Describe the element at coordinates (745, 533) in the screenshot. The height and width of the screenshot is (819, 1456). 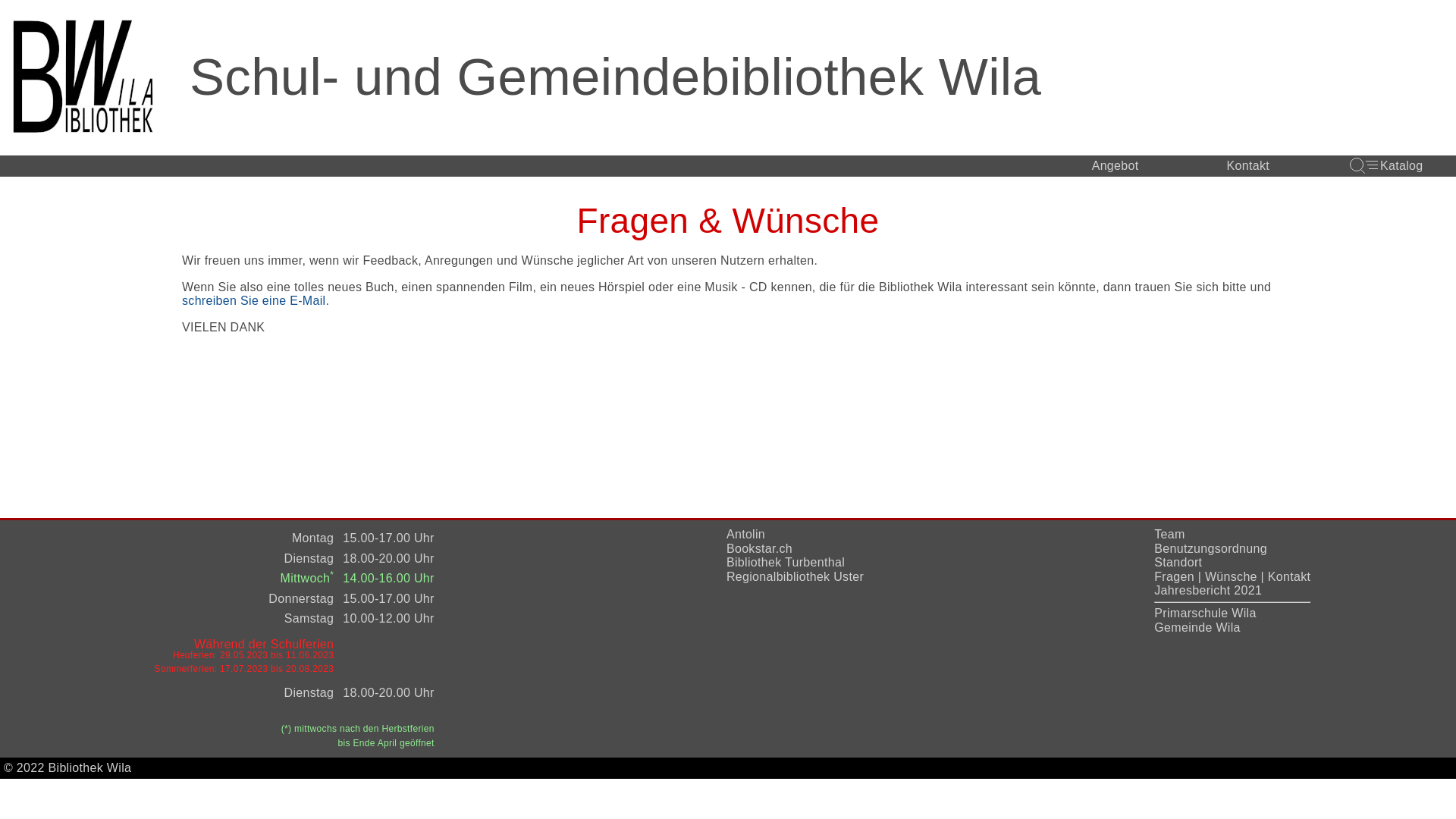
I see `'Antolin'` at that location.